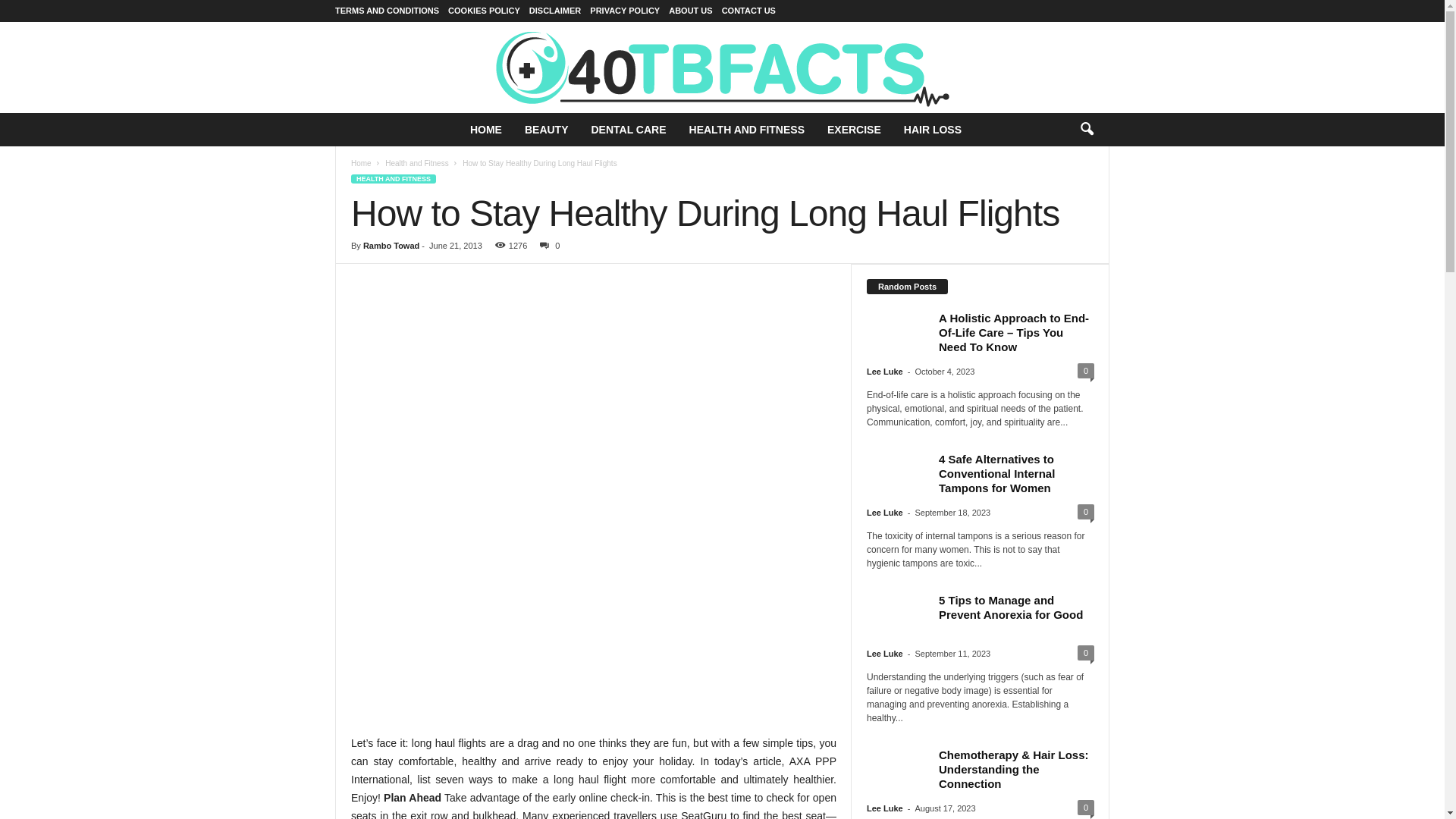 The image size is (1456, 819). I want to click on 'HOME', so click(486, 128).